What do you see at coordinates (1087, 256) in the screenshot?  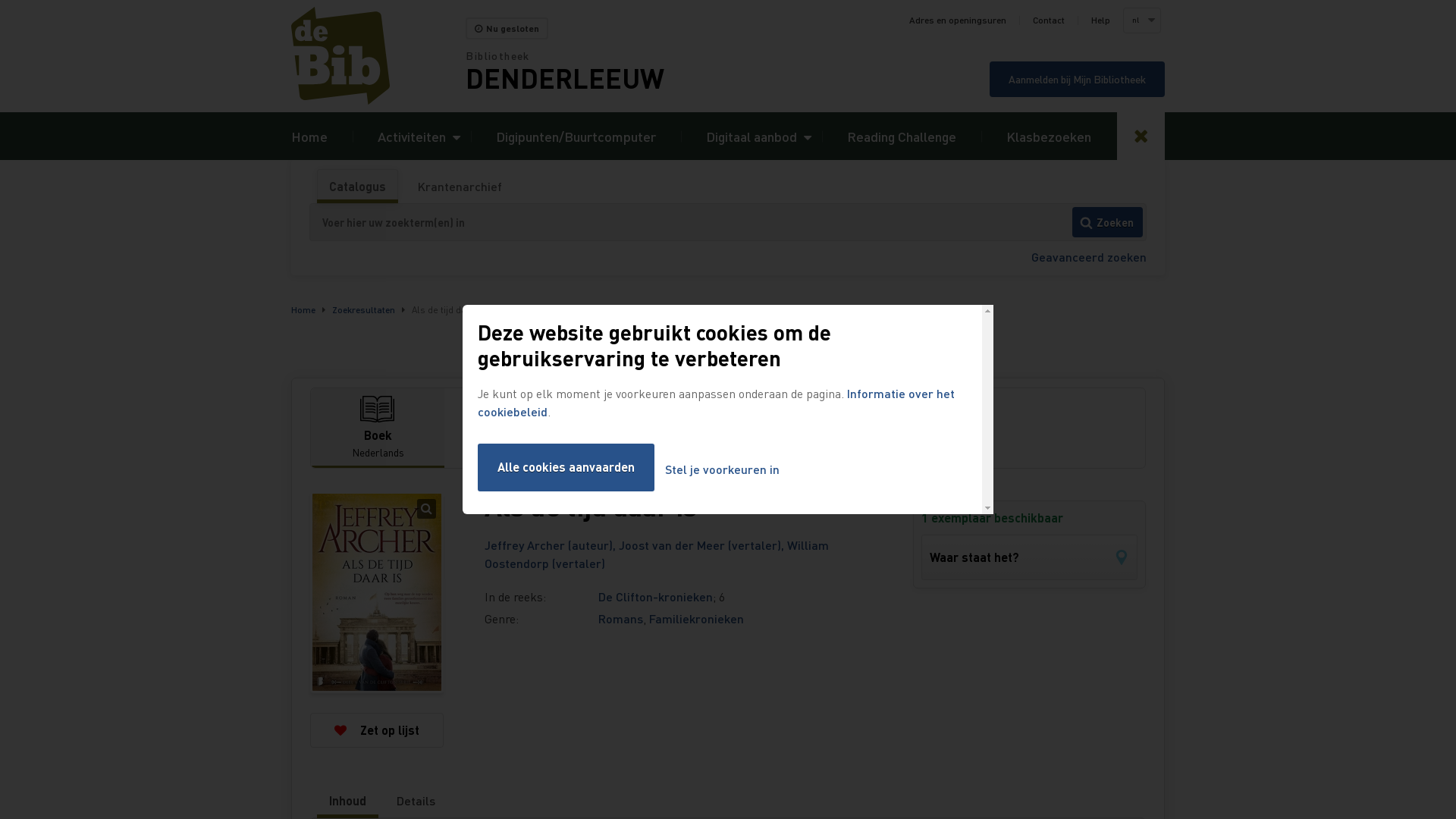 I see `'Geavanceerd zoeken'` at bounding box center [1087, 256].